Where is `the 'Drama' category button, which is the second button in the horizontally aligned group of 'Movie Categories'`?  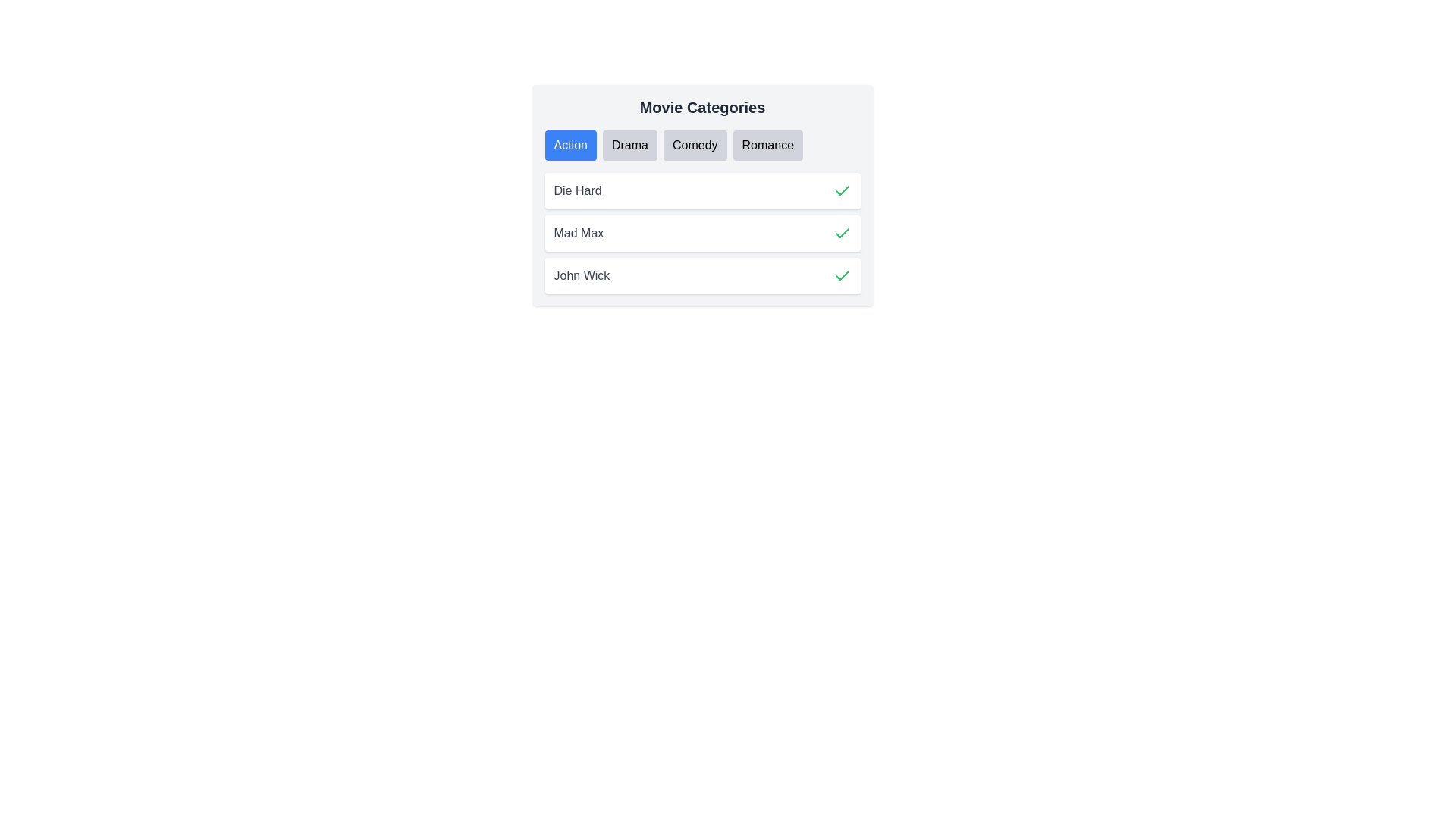 the 'Drama' category button, which is the second button in the horizontally aligned group of 'Movie Categories' is located at coordinates (629, 146).